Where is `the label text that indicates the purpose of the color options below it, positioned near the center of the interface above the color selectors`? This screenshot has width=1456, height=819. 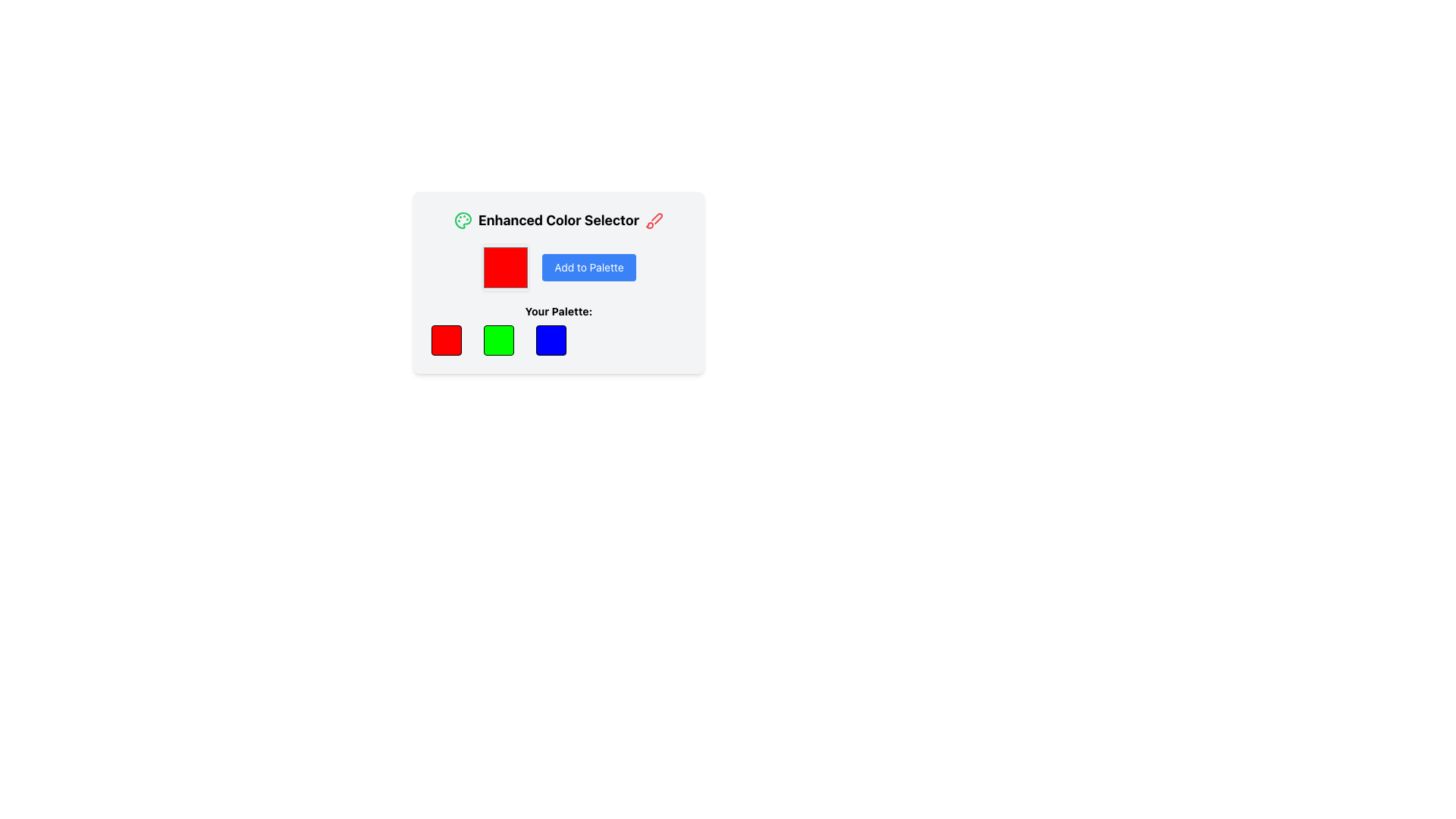
the label text that indicates the purpose of the color options below it, positioned near the center of the interface above the color selectors is located at coordinates (558, 311).